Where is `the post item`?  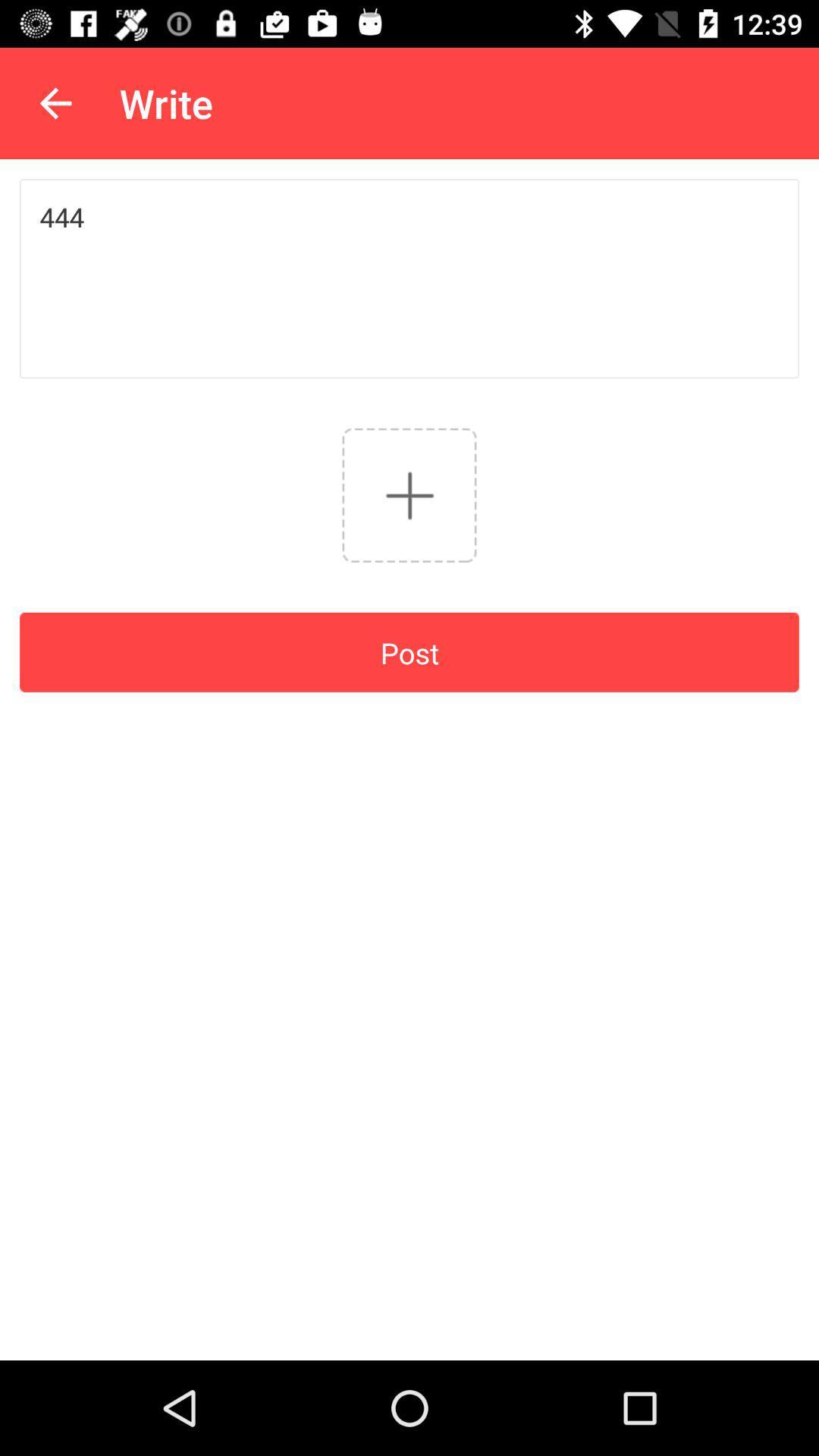
the post item is located at coordinates (409, 652).